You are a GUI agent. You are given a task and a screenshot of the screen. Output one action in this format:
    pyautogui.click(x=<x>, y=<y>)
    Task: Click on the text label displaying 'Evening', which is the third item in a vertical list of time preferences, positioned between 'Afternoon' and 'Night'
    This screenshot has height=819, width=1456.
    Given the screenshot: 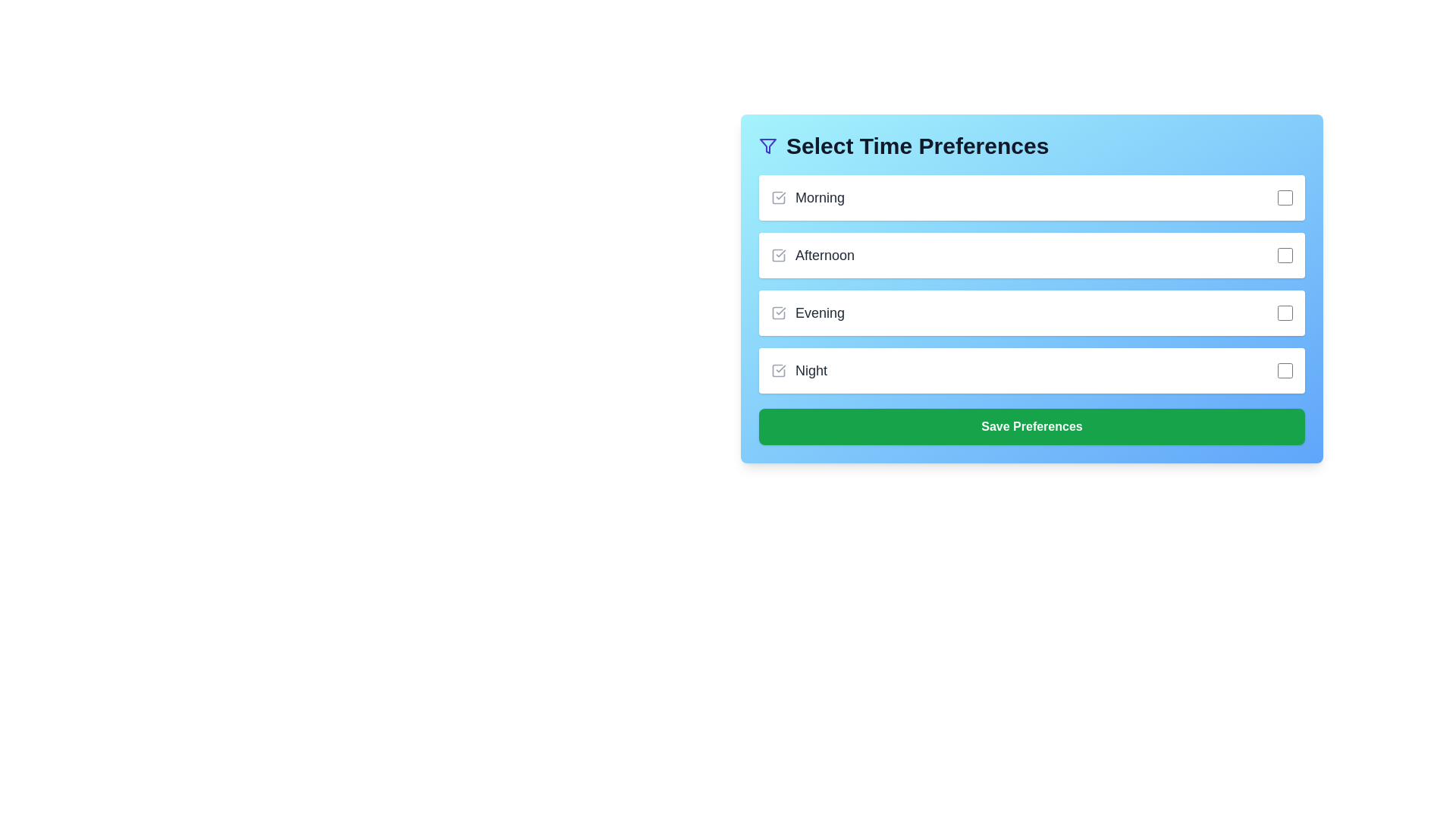 What is the action you would take?
    pyautogui.click(x=807, y=312)
    